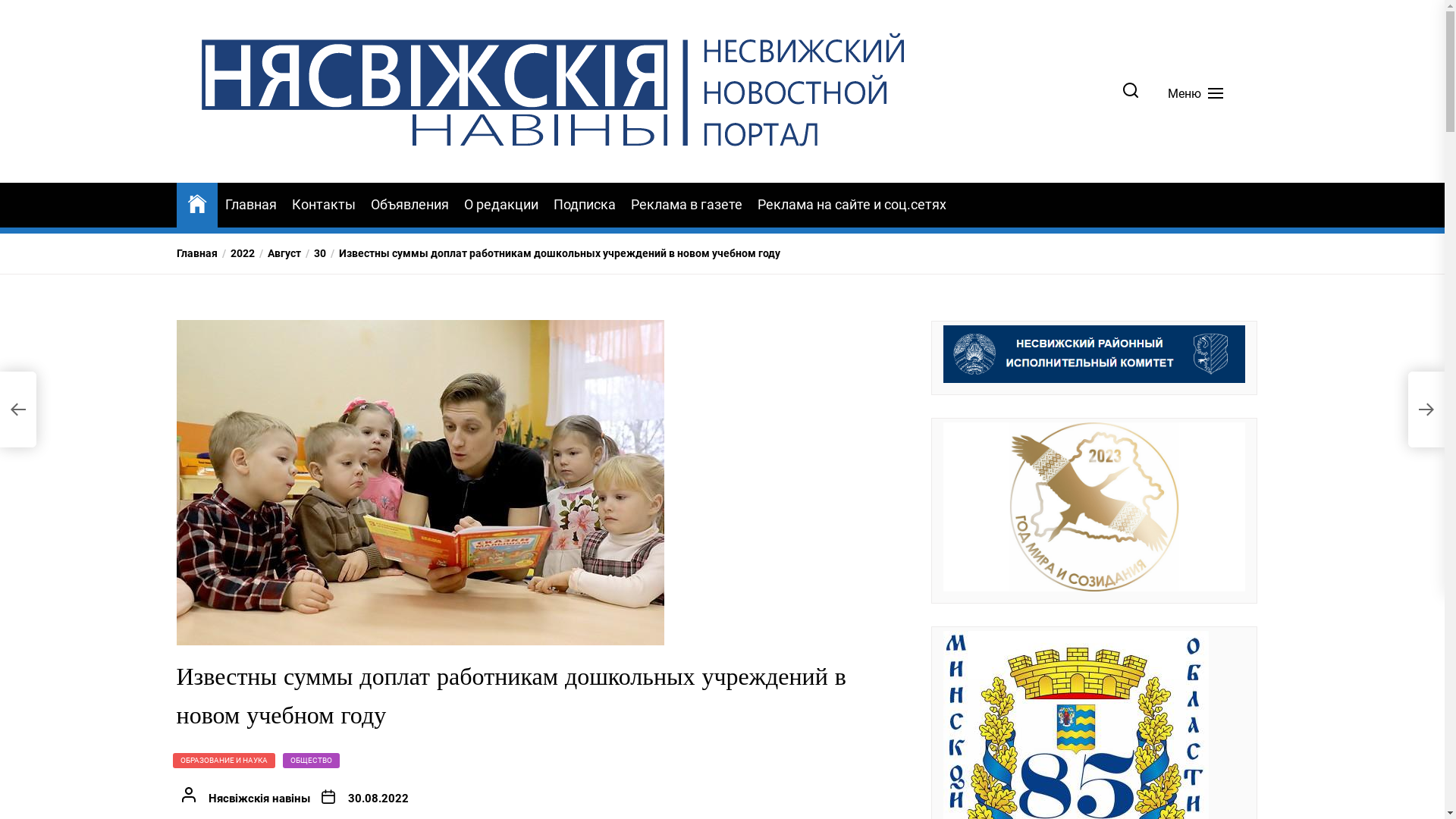  What do you see at coordinates (312, 253) in the screenshot?
I see `'30'` at bounding box center [312, 253].